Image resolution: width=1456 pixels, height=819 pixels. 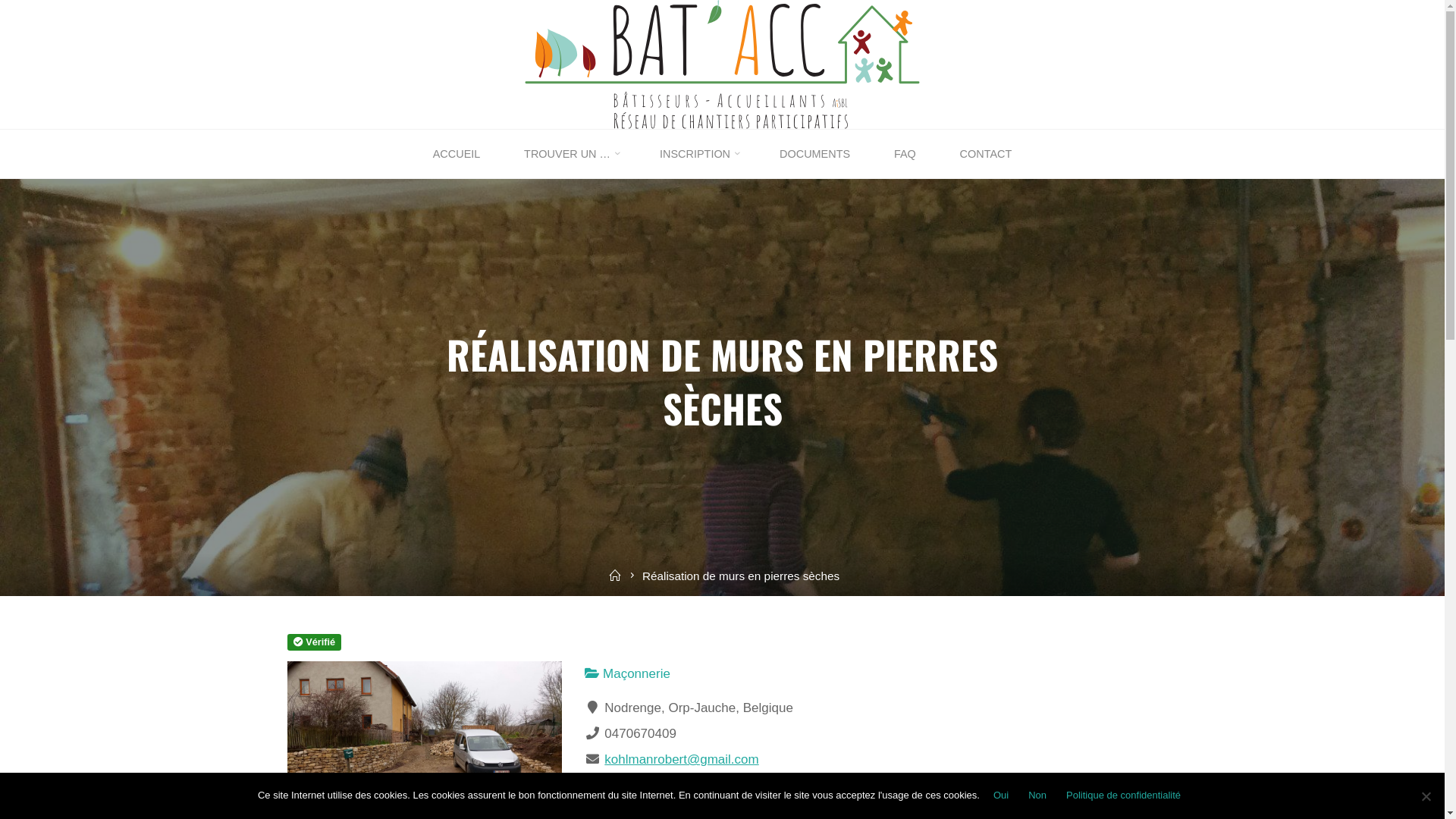 What do you see at coordinates (905, 154) in the screenshot?
I see `'FAQ'` at bounding box center [905, 154].